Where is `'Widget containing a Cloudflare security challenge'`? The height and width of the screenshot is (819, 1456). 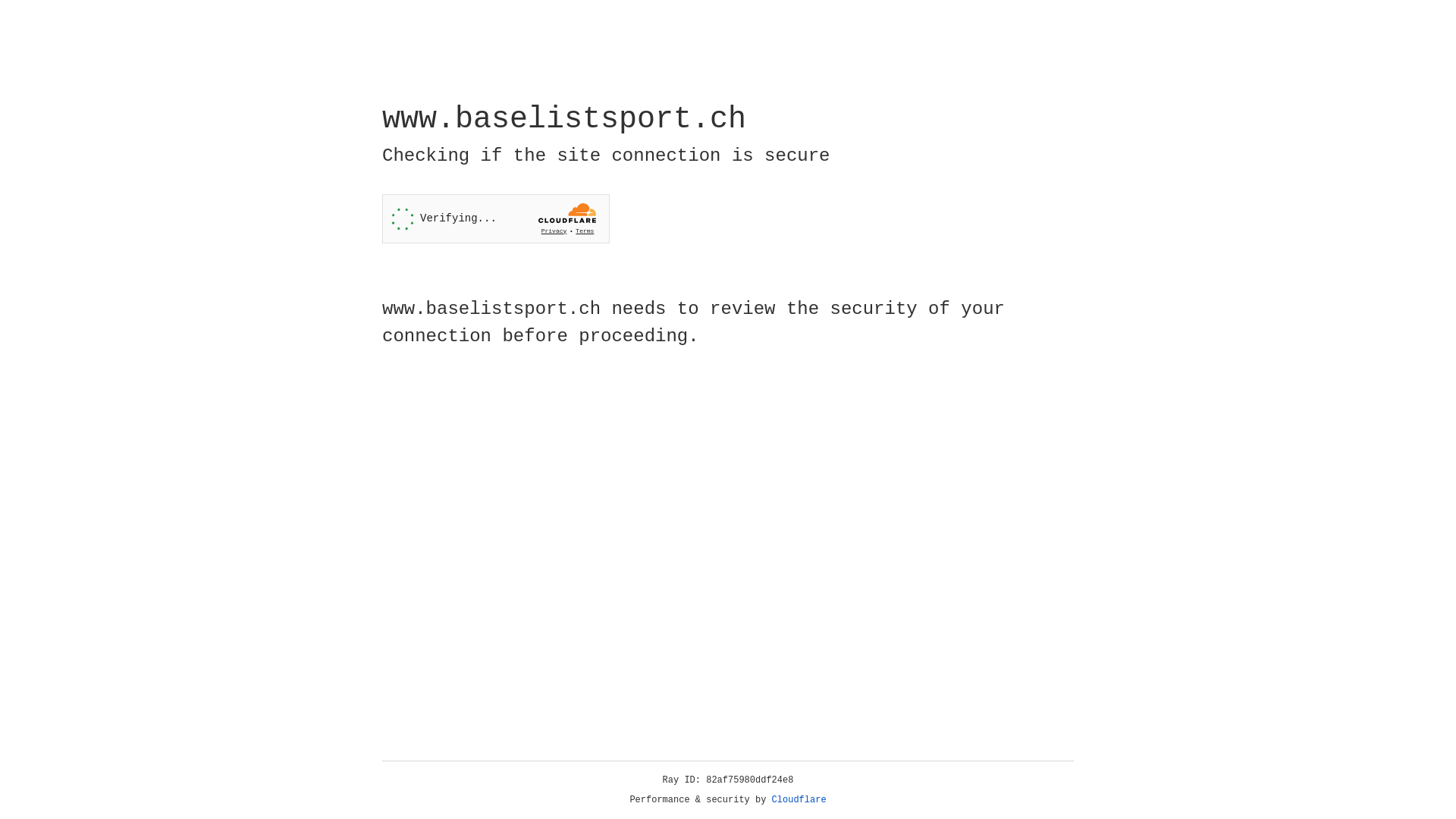
'Widget containing a Cloudflare security challenge' is located at coordinates (495, 218).